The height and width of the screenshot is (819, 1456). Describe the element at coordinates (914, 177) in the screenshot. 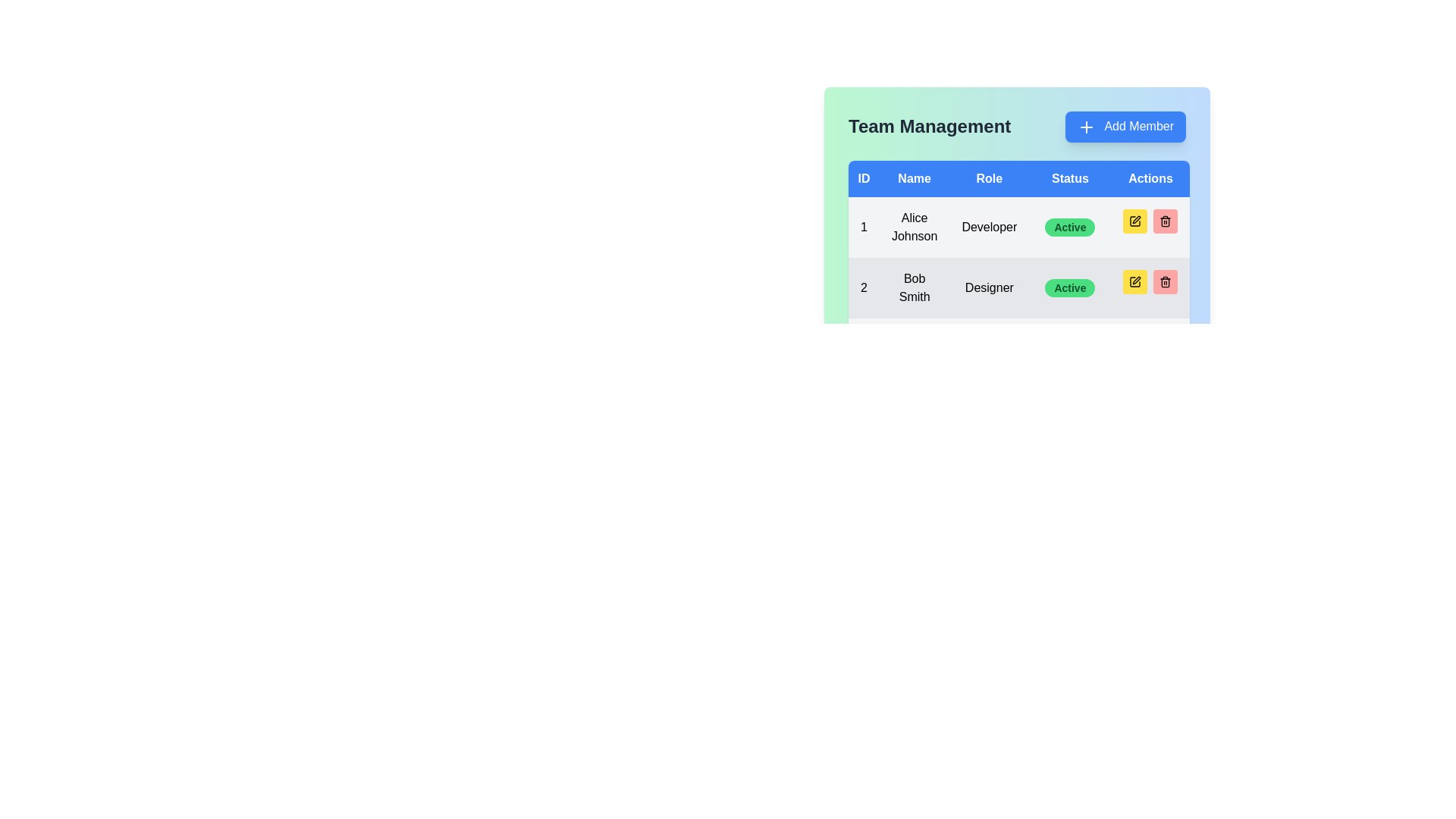

I see `the 'Name' text label in the table header, which is a bold rectangular text block with a blue background and white text, located between the 'ID' and 'Role' headers in the 'Team Management' section` at that location.